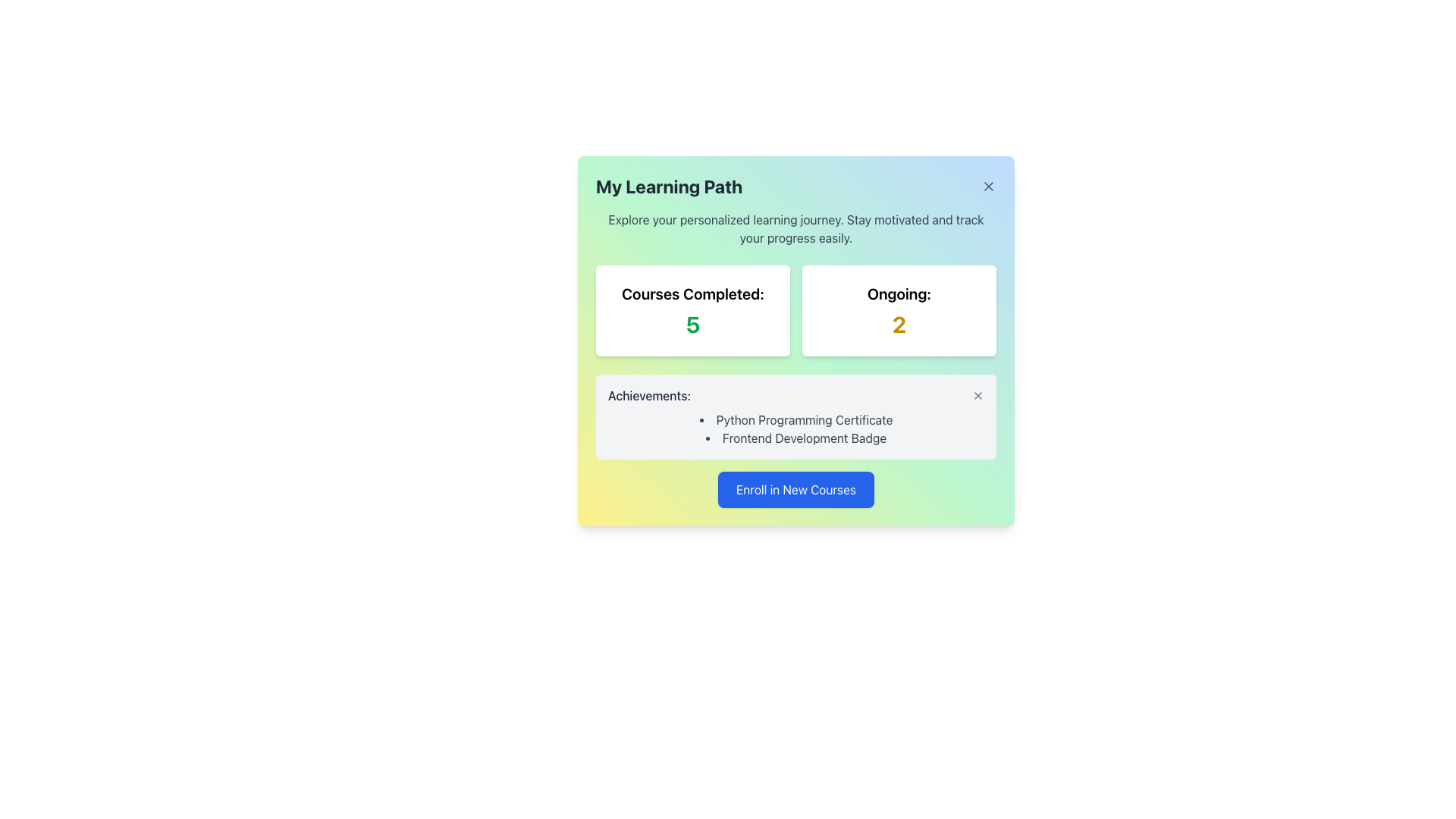 Image resolution: width=1456 pixels, height=819 pixels. Describe the element at coordinates (692, 324) in the screenshot. I see `the static text that displays the count of completed courses, located under the 'Courses Completed:' label in the left section of the card` at that location.